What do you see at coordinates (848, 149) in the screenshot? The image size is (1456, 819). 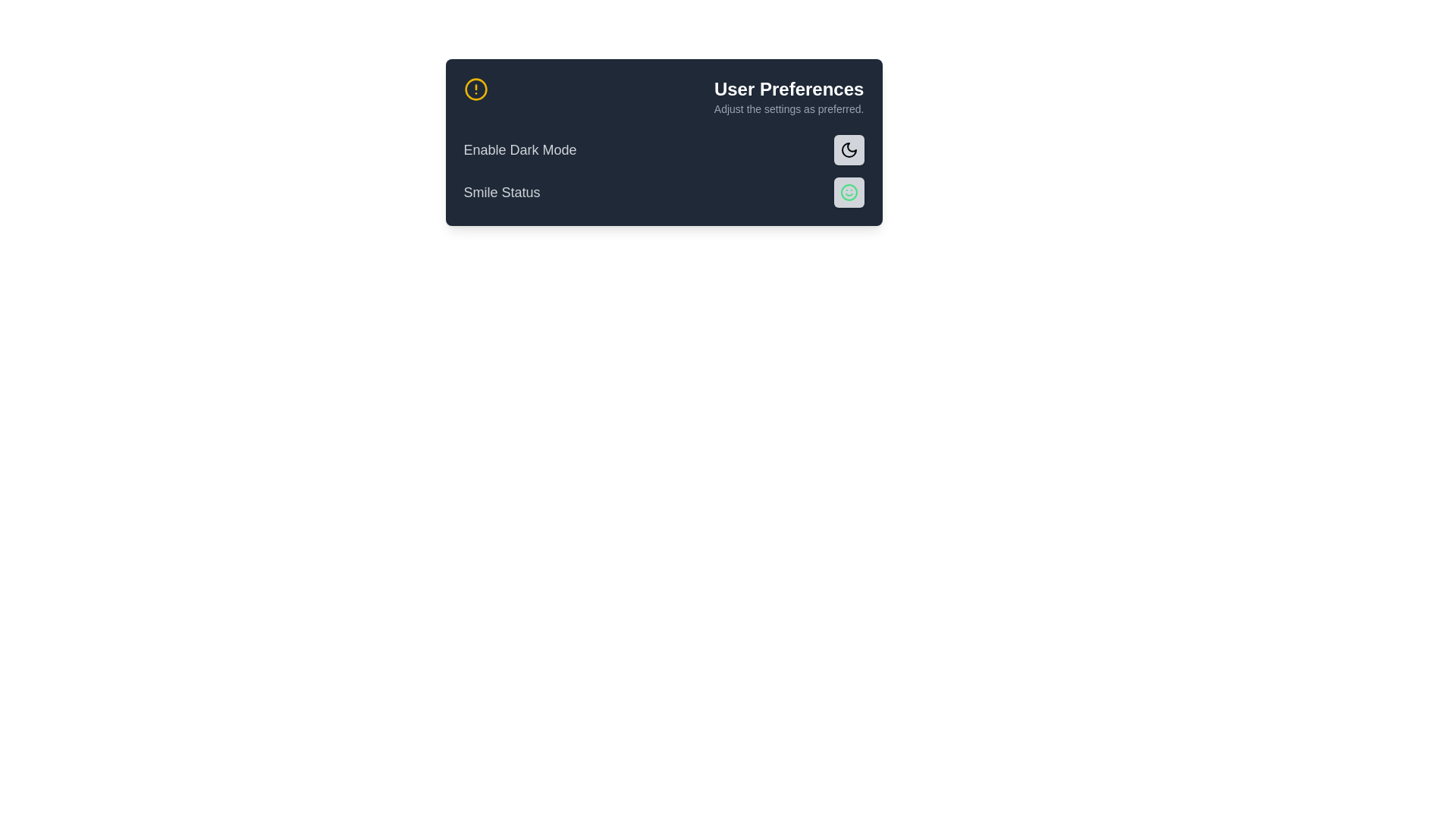 I see `the gray rectangular button with rounded corners that contains a crescent moon icon` at bounding box center [848, 149].